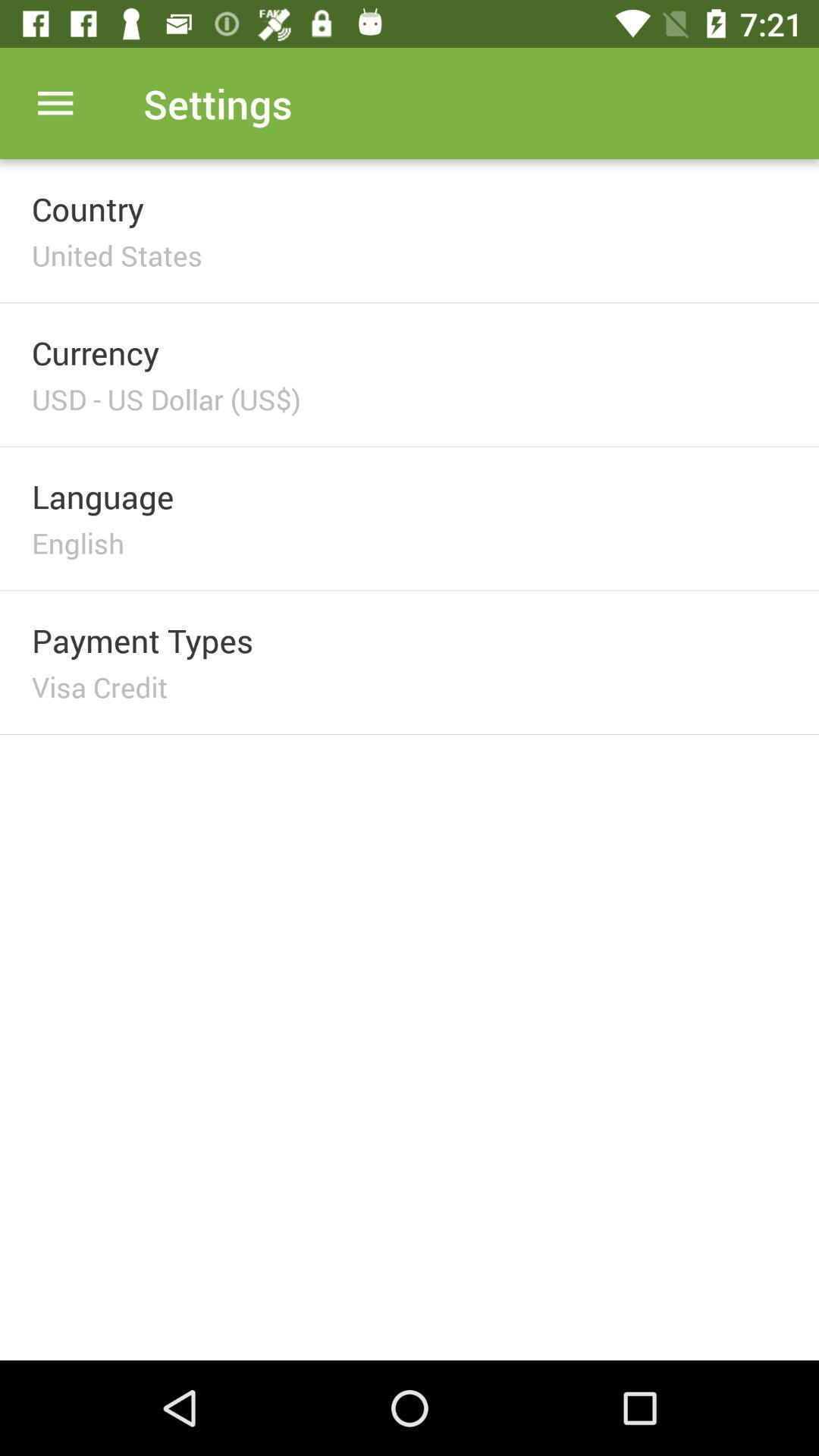 The height and width of the screenshot is (1456, 819). Describe the element at coordinates (55, 102) in the screenshot. I see `the item to the left of settings` at that location.